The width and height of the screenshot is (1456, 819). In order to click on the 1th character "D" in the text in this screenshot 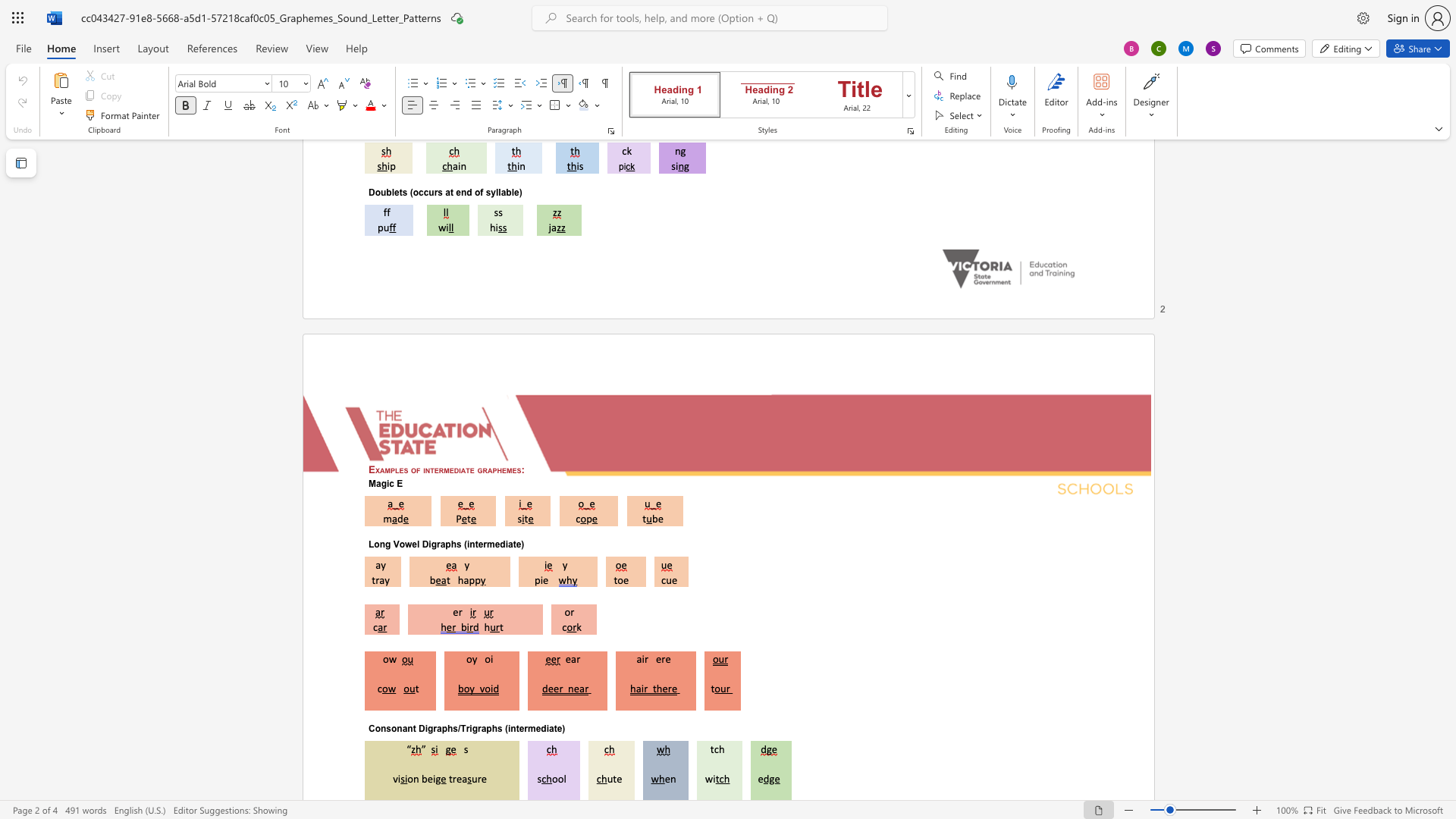, I will do `click(425, 544)`.